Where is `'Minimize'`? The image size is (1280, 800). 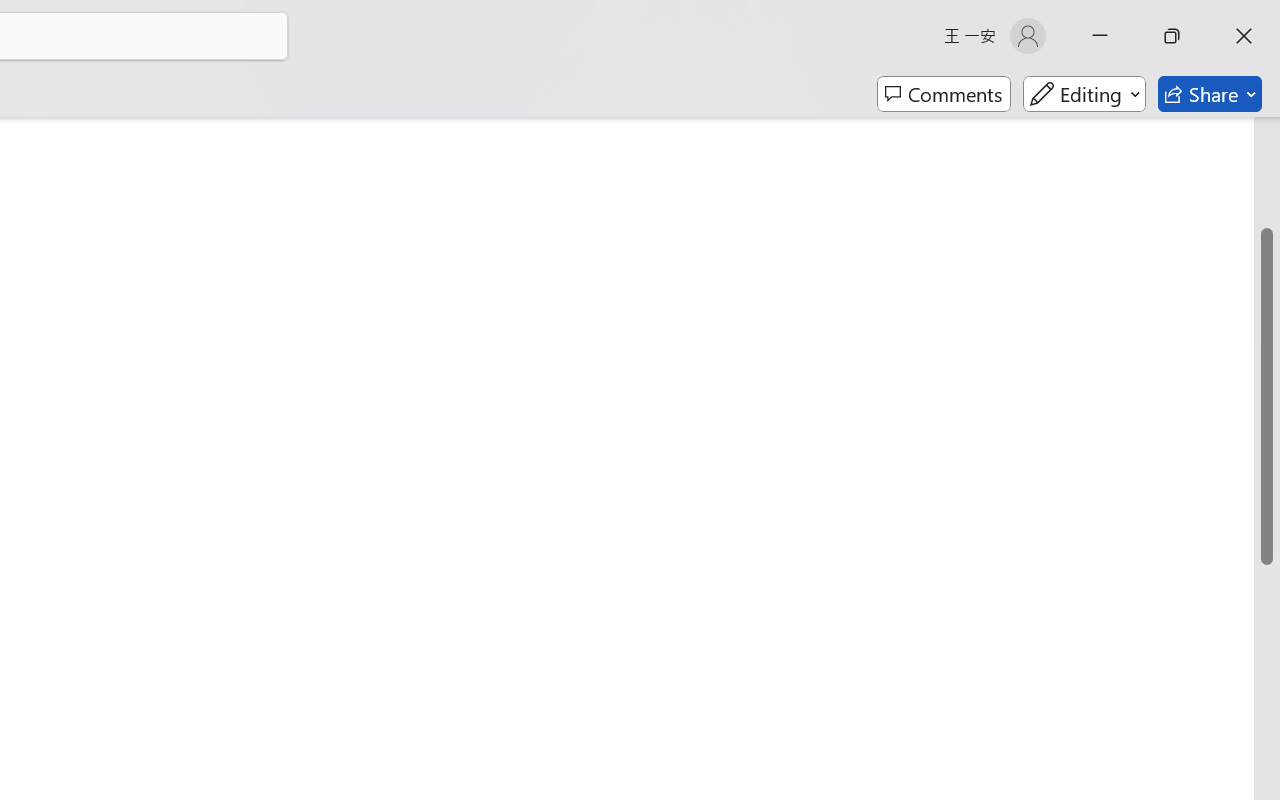 'Minimize' is located at coordinates (1099, 35).